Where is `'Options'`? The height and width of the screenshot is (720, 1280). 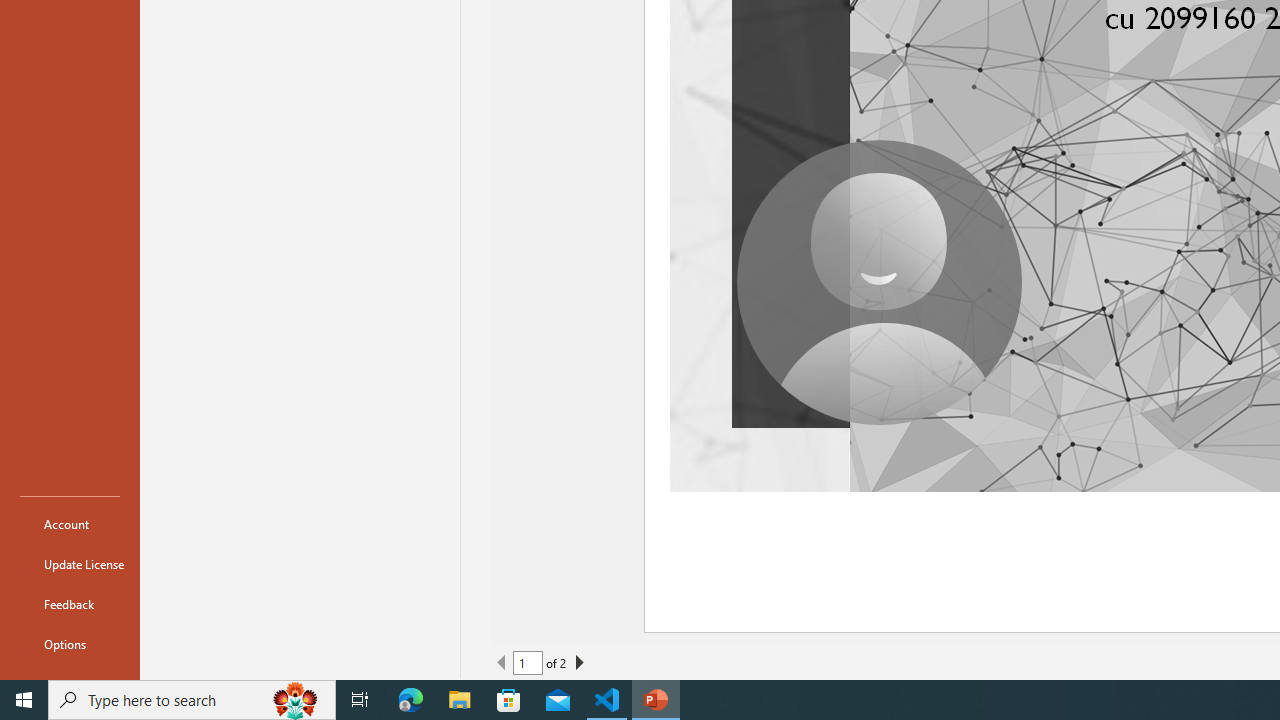 'Options' is located at coordinates (69, 644).